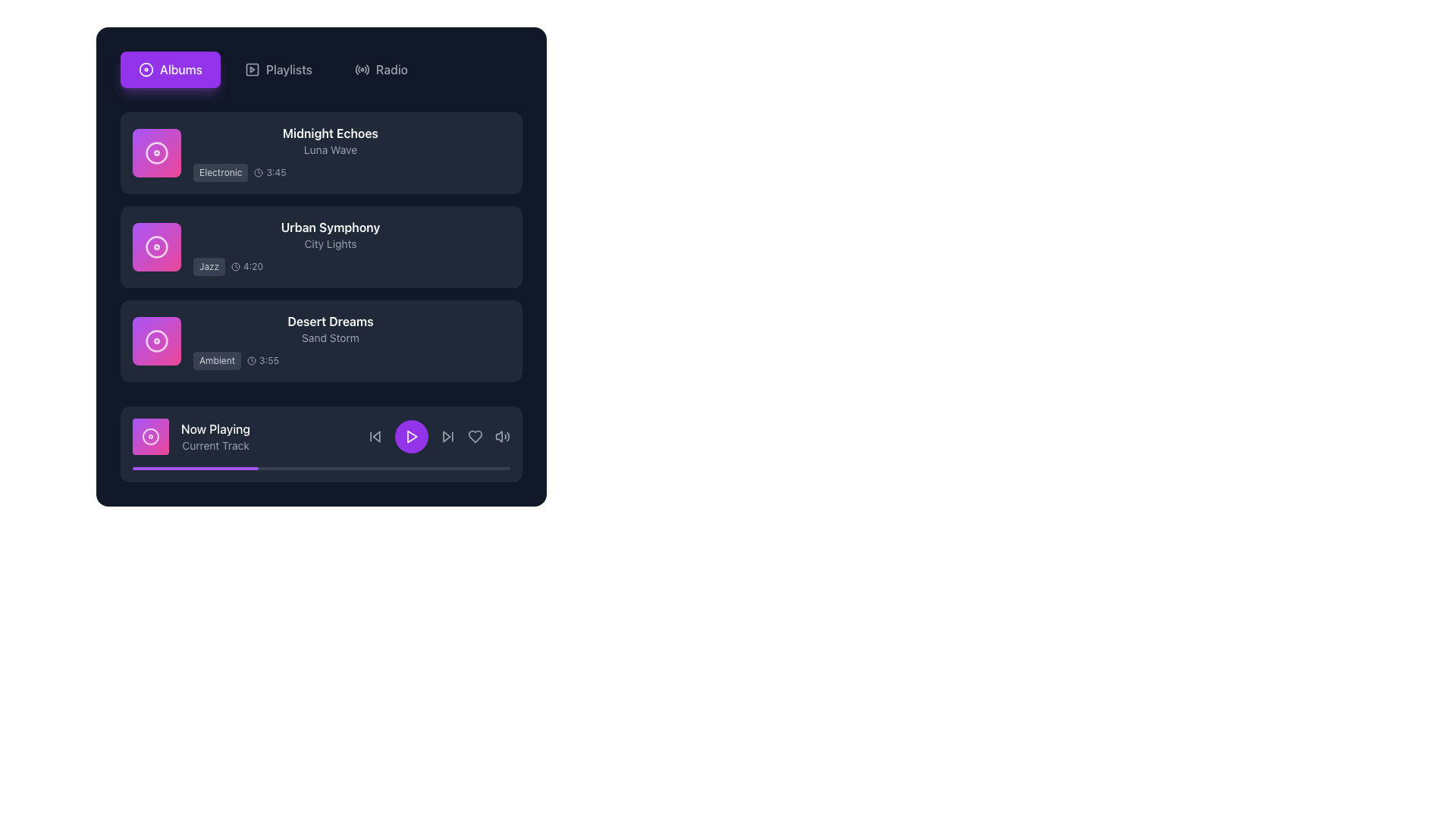 Image resolution: width=1456 pixels, height=819 pixels. Describe the element at coordinates (320, 444) in the screenshot. I see `the play button of the 'Now Playing' music bar located at the bottom of the Control Panel, directly under the Desert Dreams card` at that location.